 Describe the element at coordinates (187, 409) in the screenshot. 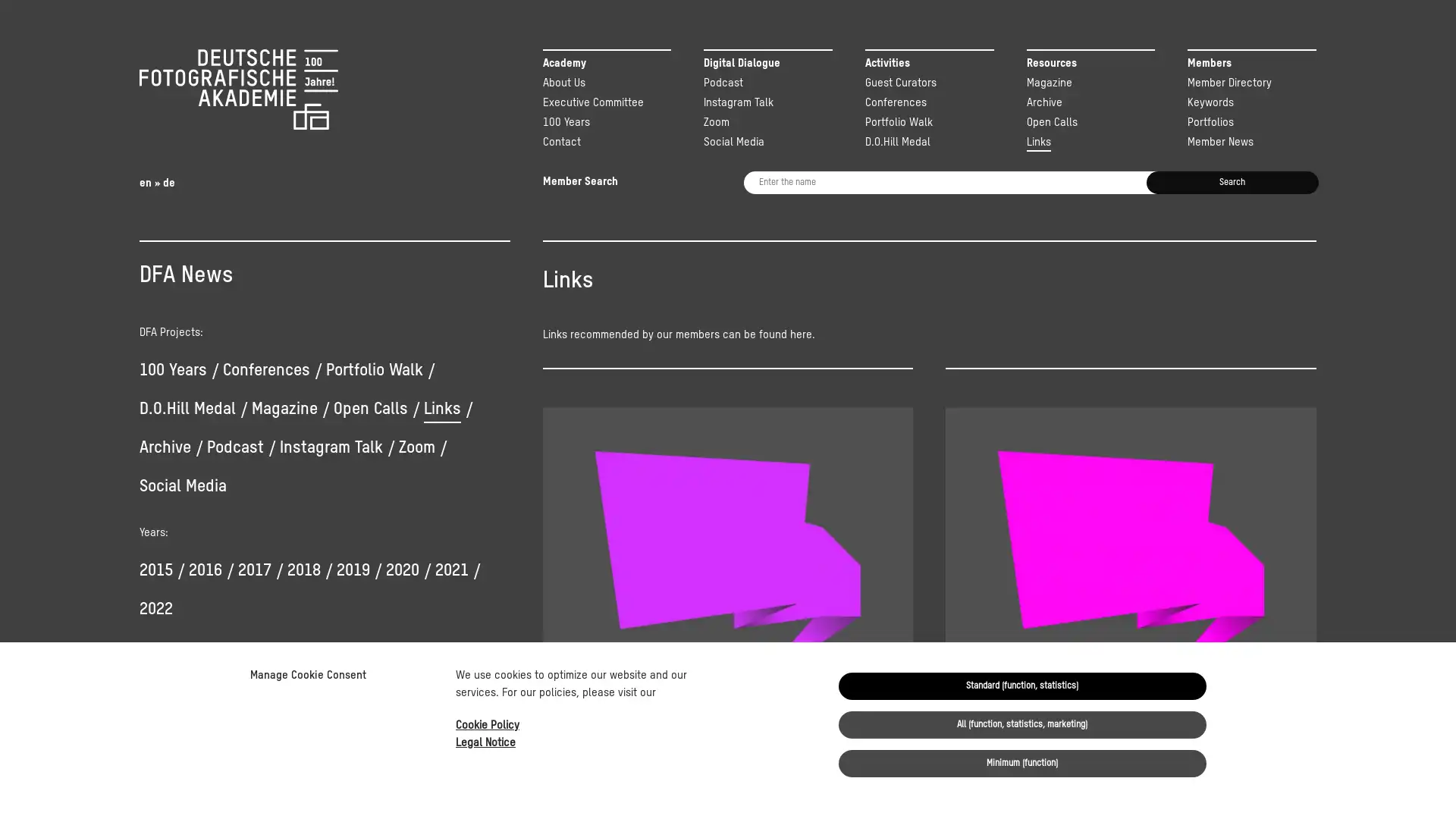

I see `D.O.Hill Medal` at that location.